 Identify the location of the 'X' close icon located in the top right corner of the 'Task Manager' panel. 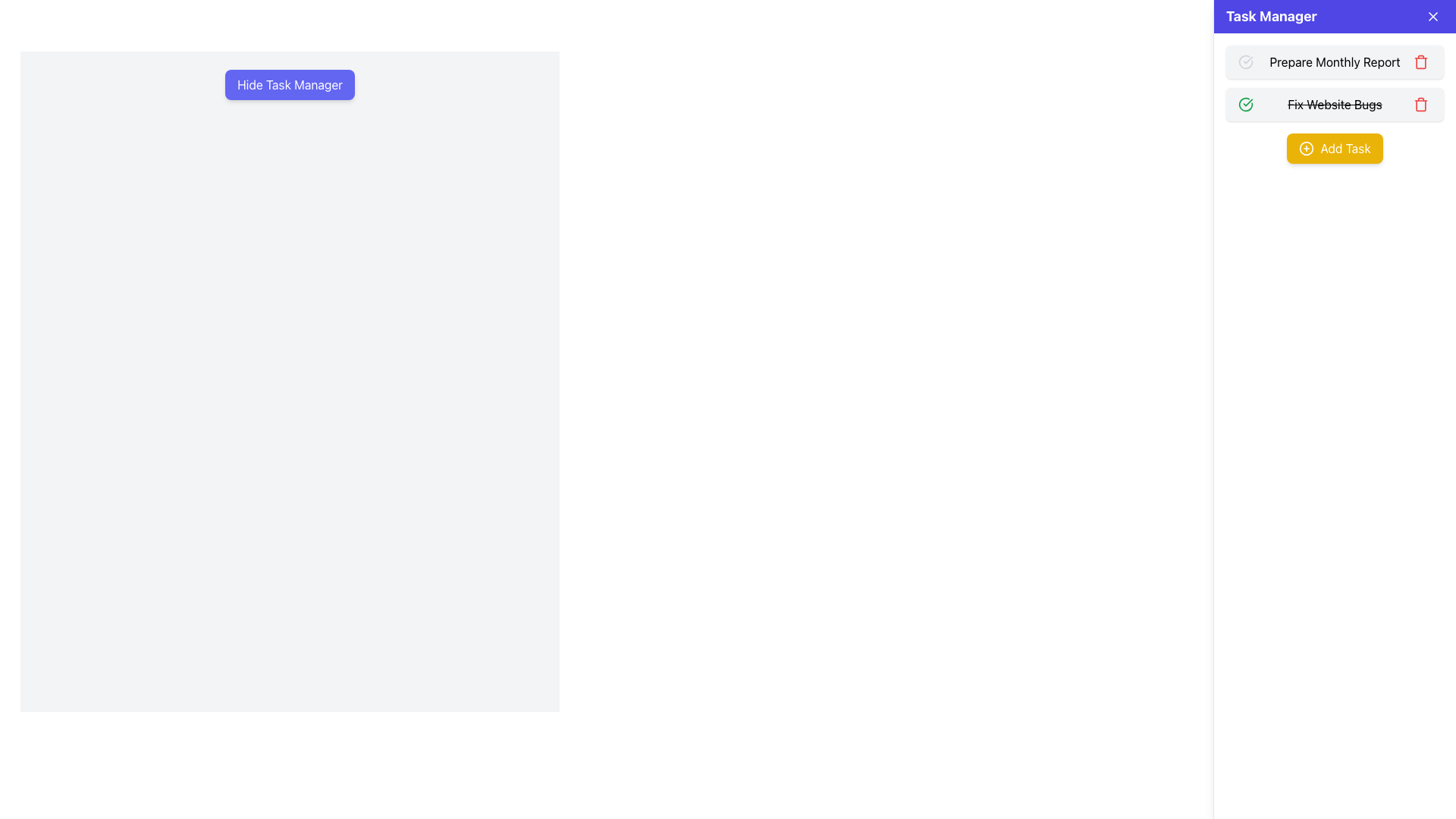
(1432, 17).